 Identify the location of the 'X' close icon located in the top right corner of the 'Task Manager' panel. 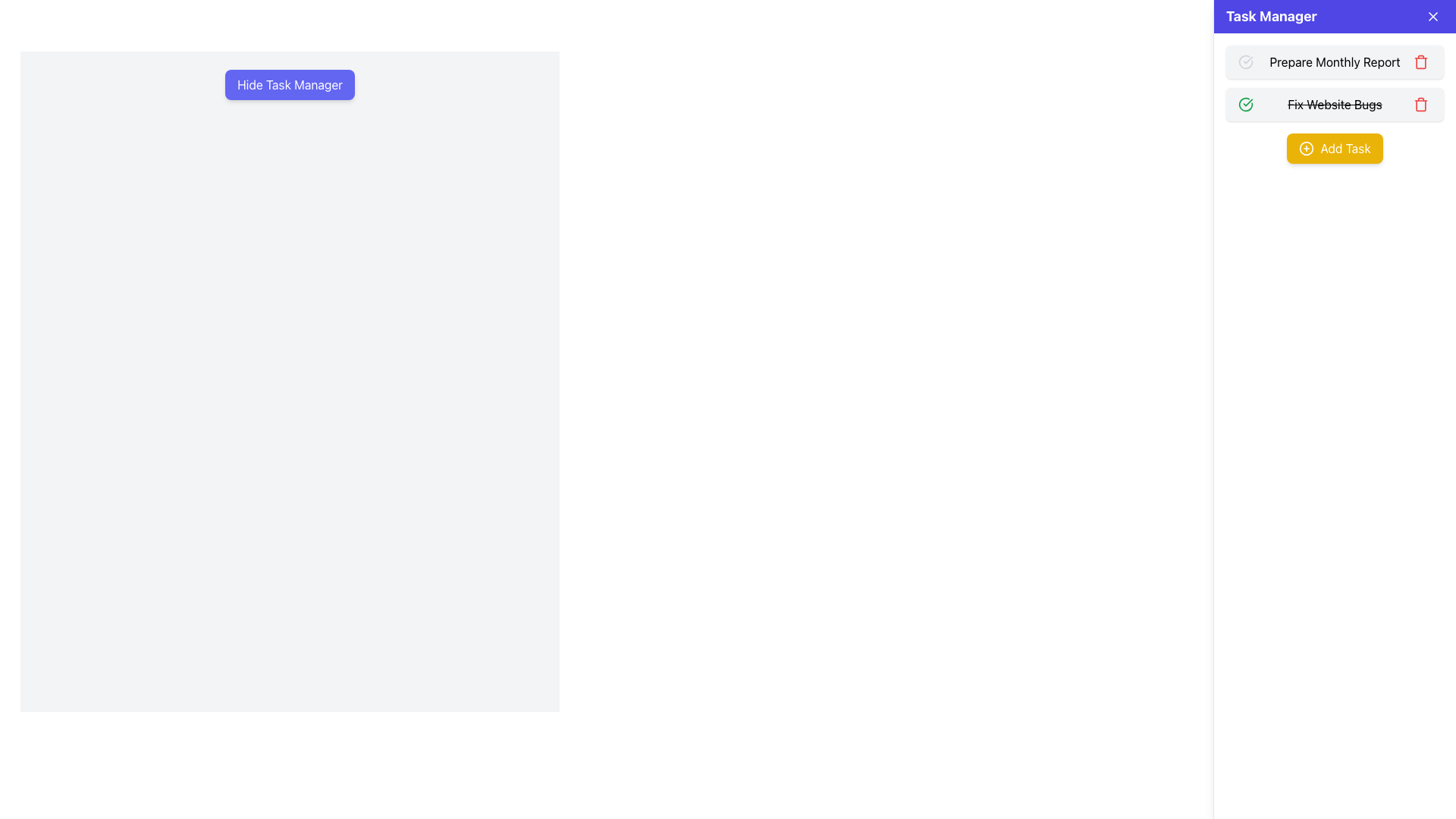
(1432, 17).